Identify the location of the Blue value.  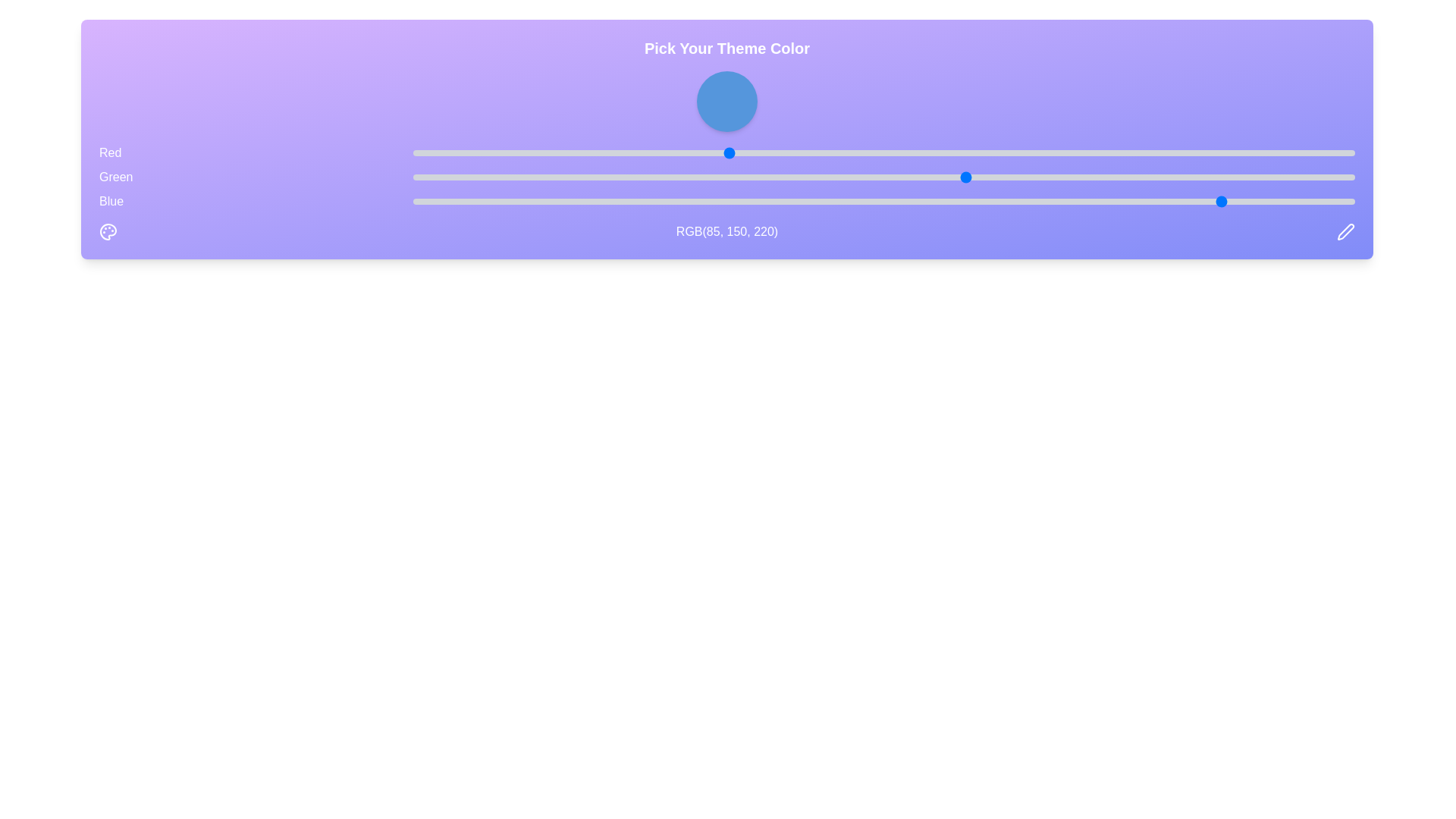
(760, 201).